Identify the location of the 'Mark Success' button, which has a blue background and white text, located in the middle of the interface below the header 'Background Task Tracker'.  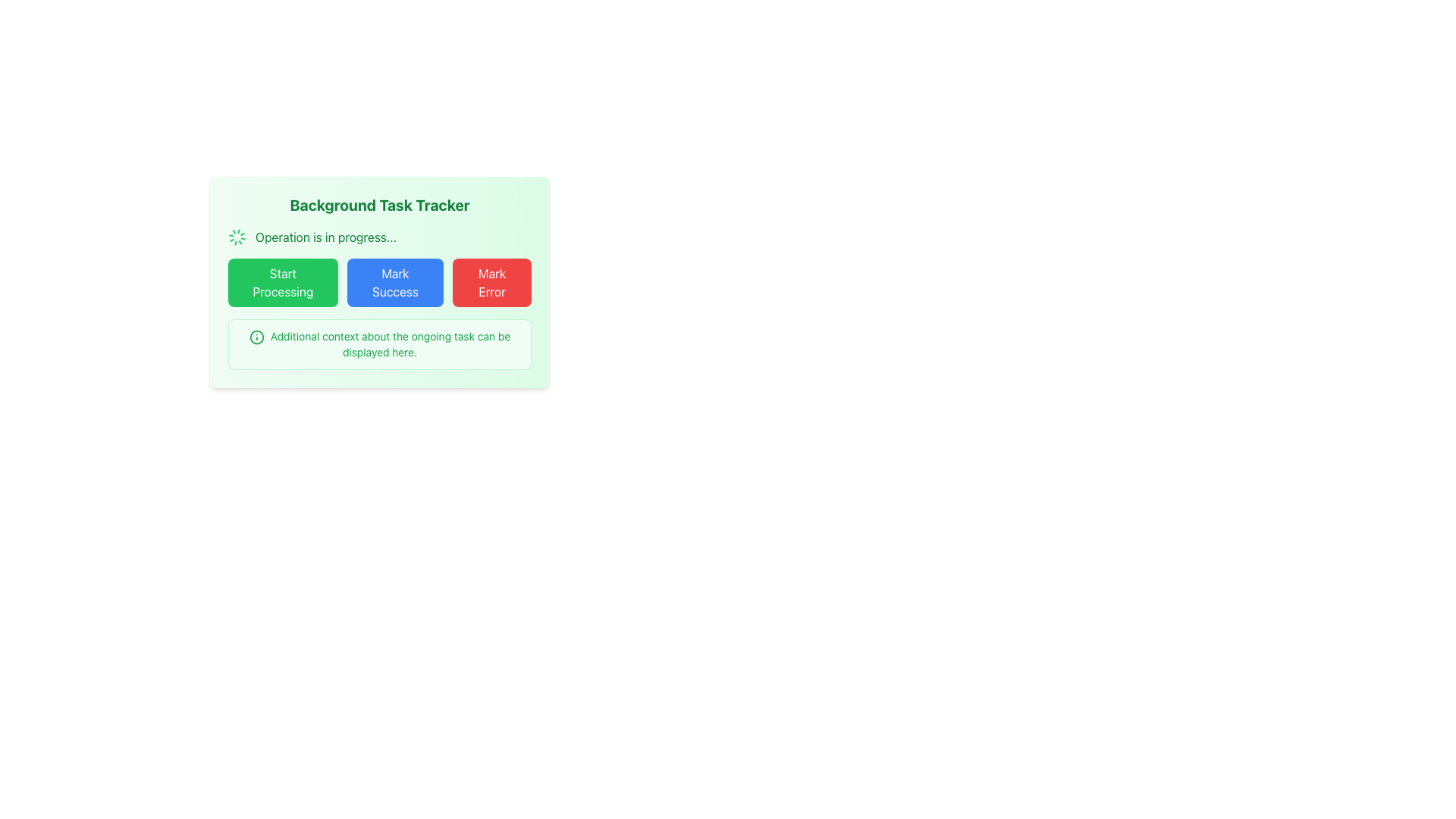
(395, 283).